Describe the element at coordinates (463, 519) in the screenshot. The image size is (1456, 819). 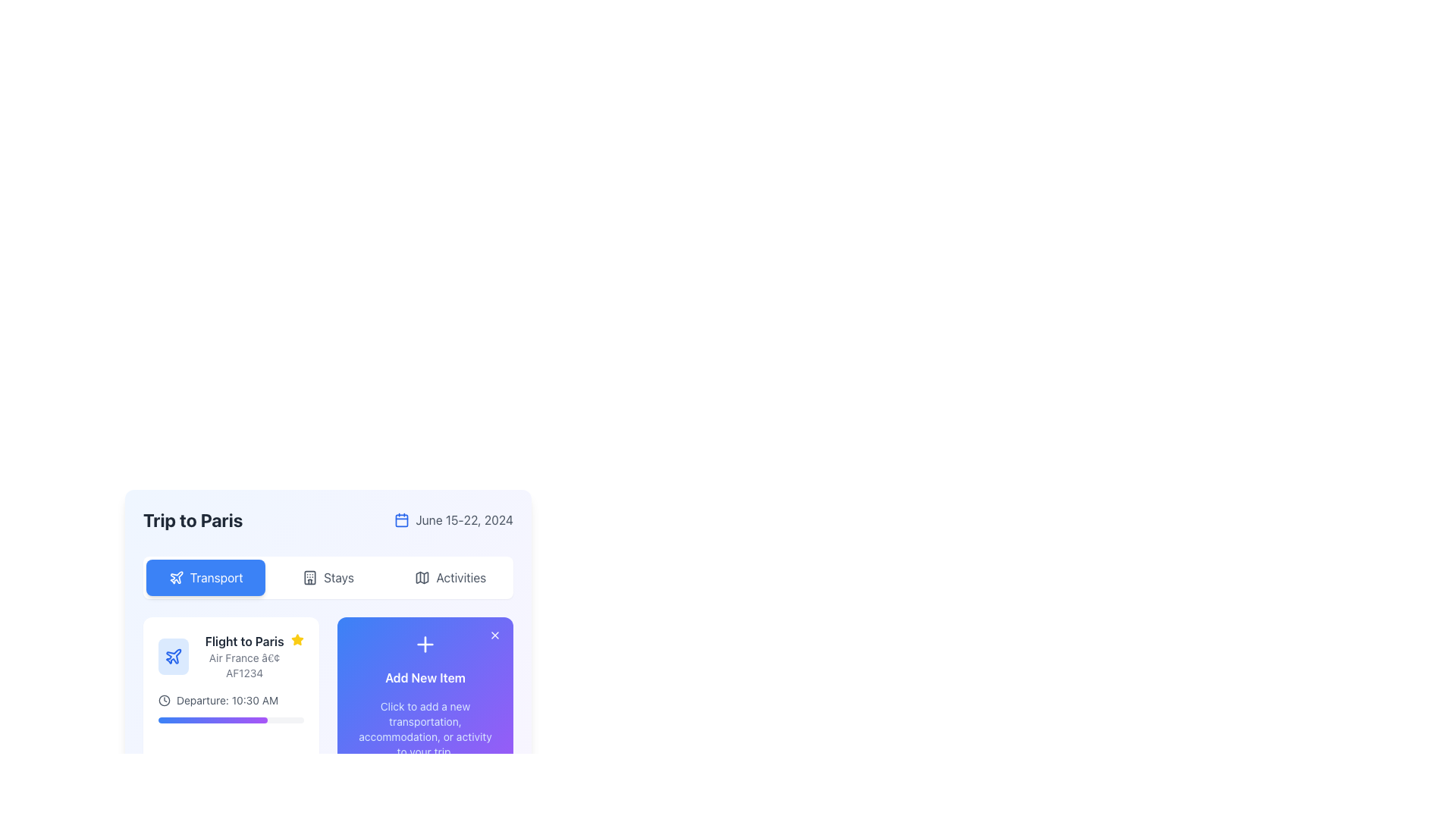
I see `the Text label displaying the date range of the event 'Trip to Paris', located in the upper-right section of the interface` at that location.